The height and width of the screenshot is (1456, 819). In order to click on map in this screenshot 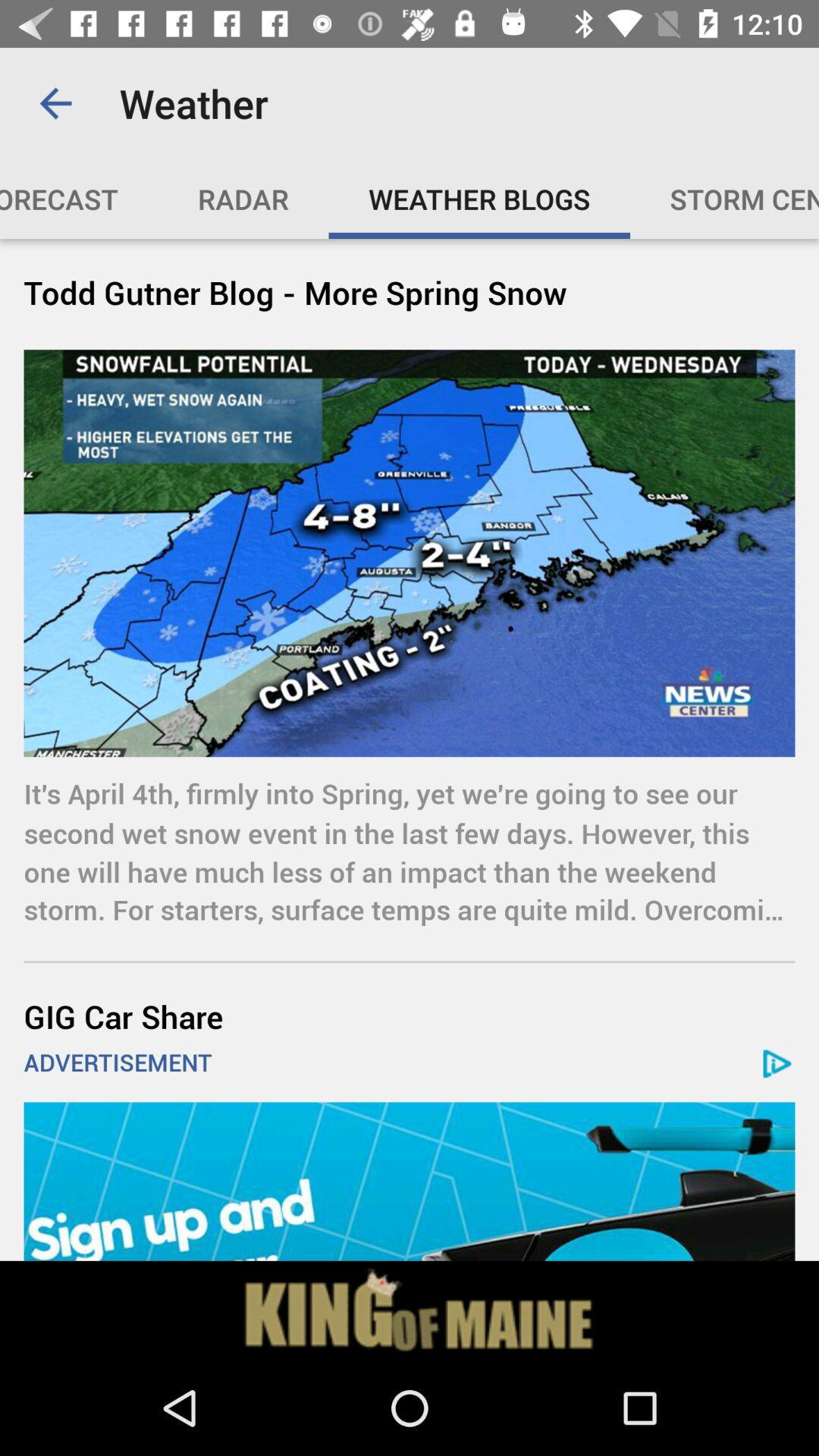, I will do `click(409, 1181)`.